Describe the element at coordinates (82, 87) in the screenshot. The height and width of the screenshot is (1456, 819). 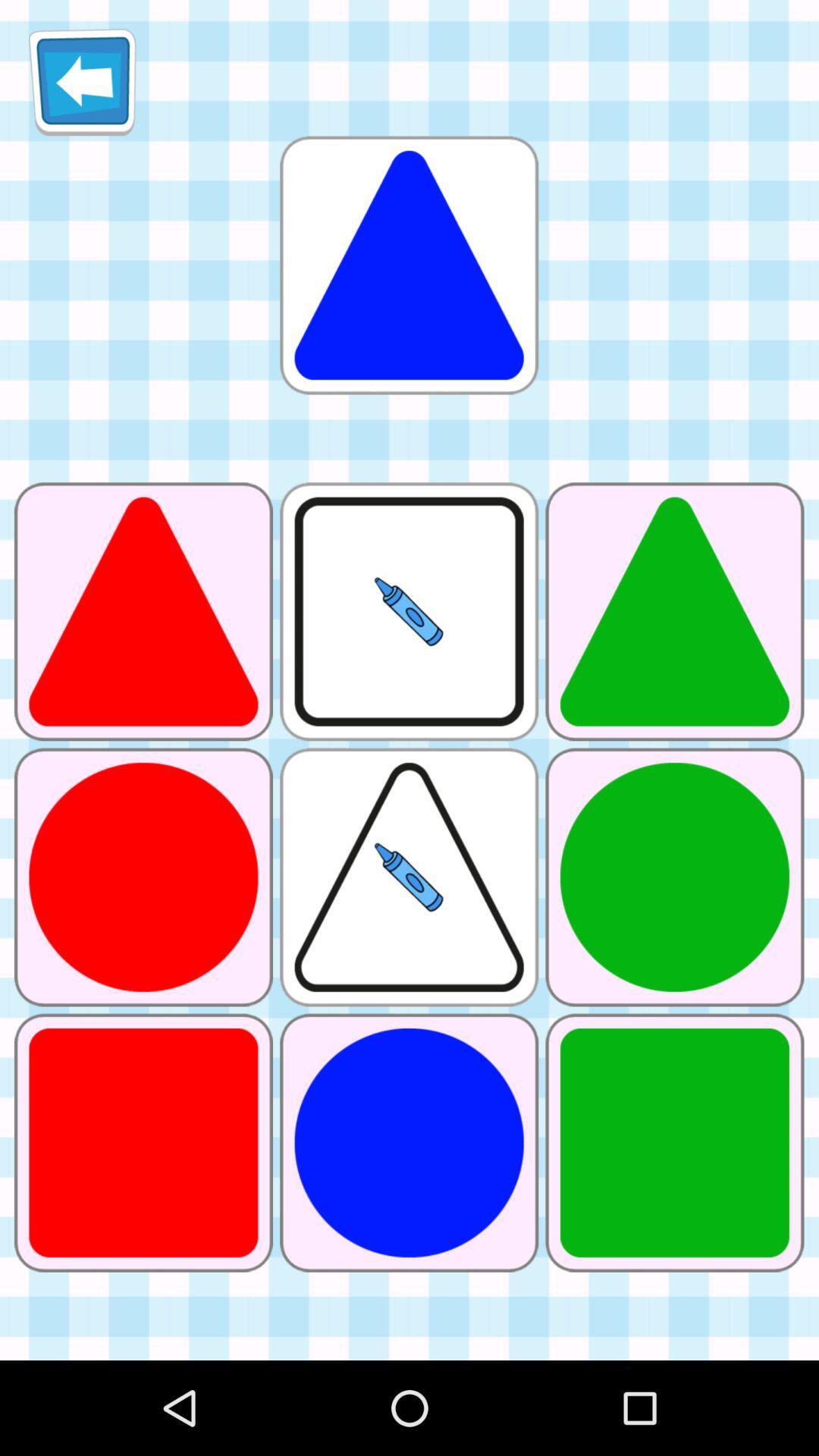
I see `the arrow_backward icon` at that location.